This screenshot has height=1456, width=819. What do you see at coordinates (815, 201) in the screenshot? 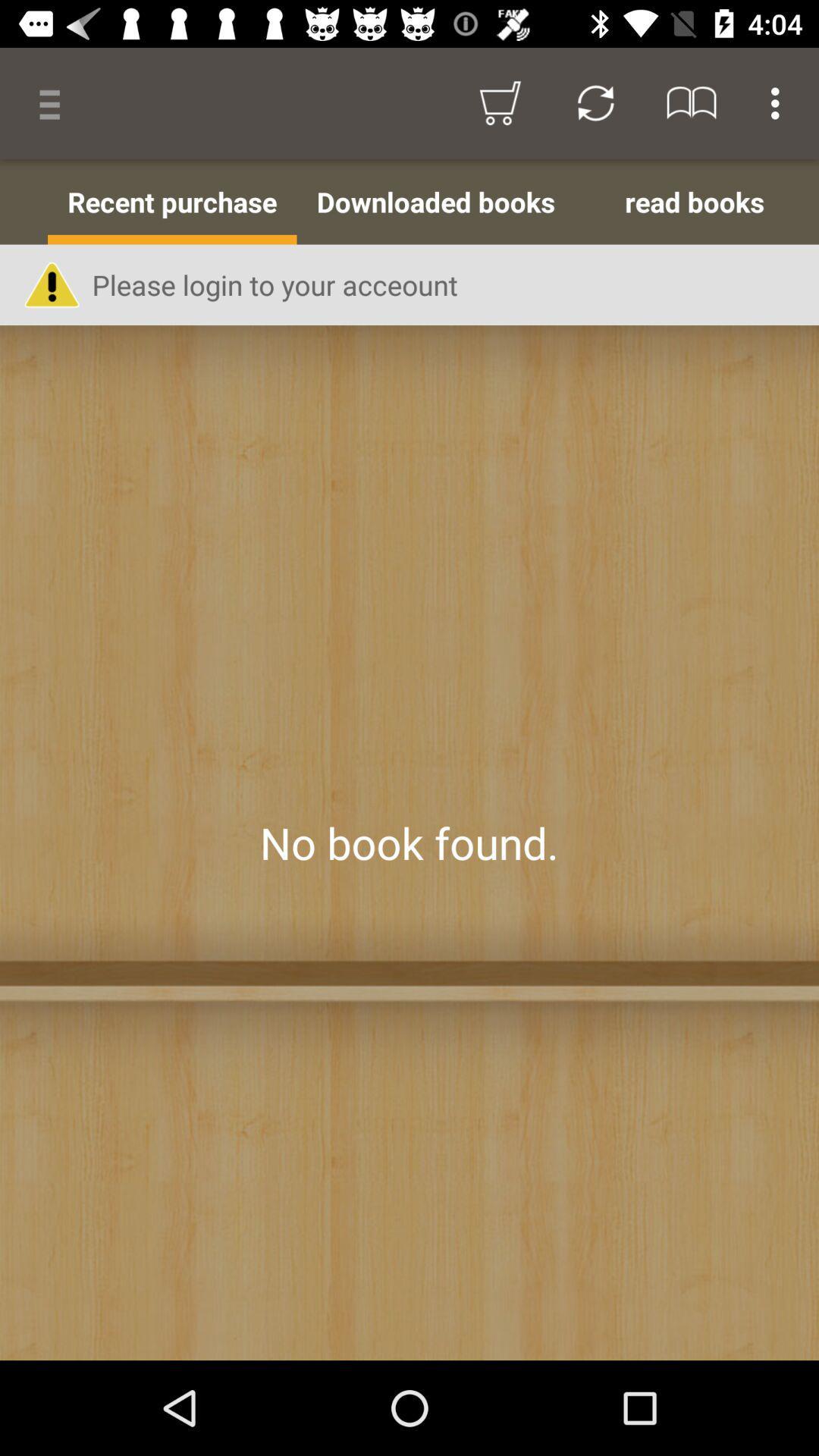
I see `icon to the right of read books icon` at bounding box center [815, 201].